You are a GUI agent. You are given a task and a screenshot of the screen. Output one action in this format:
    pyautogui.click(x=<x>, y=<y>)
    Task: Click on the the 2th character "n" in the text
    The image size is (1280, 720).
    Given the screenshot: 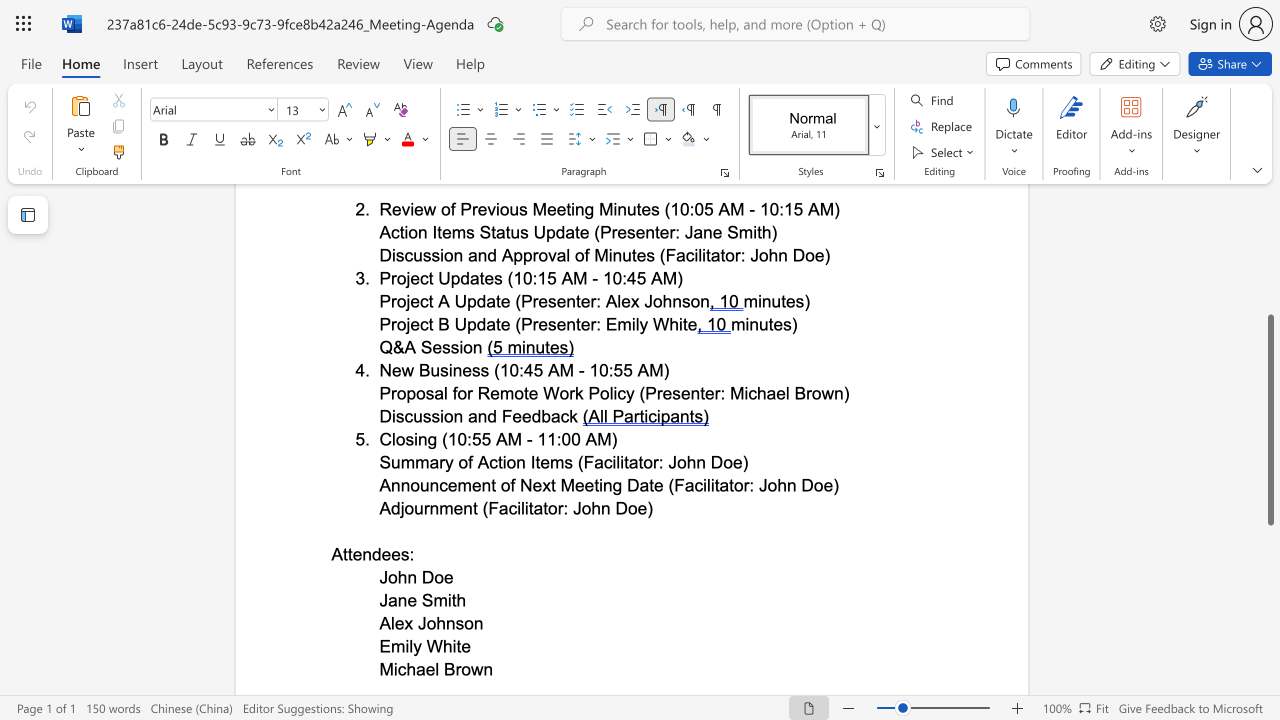 What is the action you would take?
    pyautogui.click(x=404, y=485)
    